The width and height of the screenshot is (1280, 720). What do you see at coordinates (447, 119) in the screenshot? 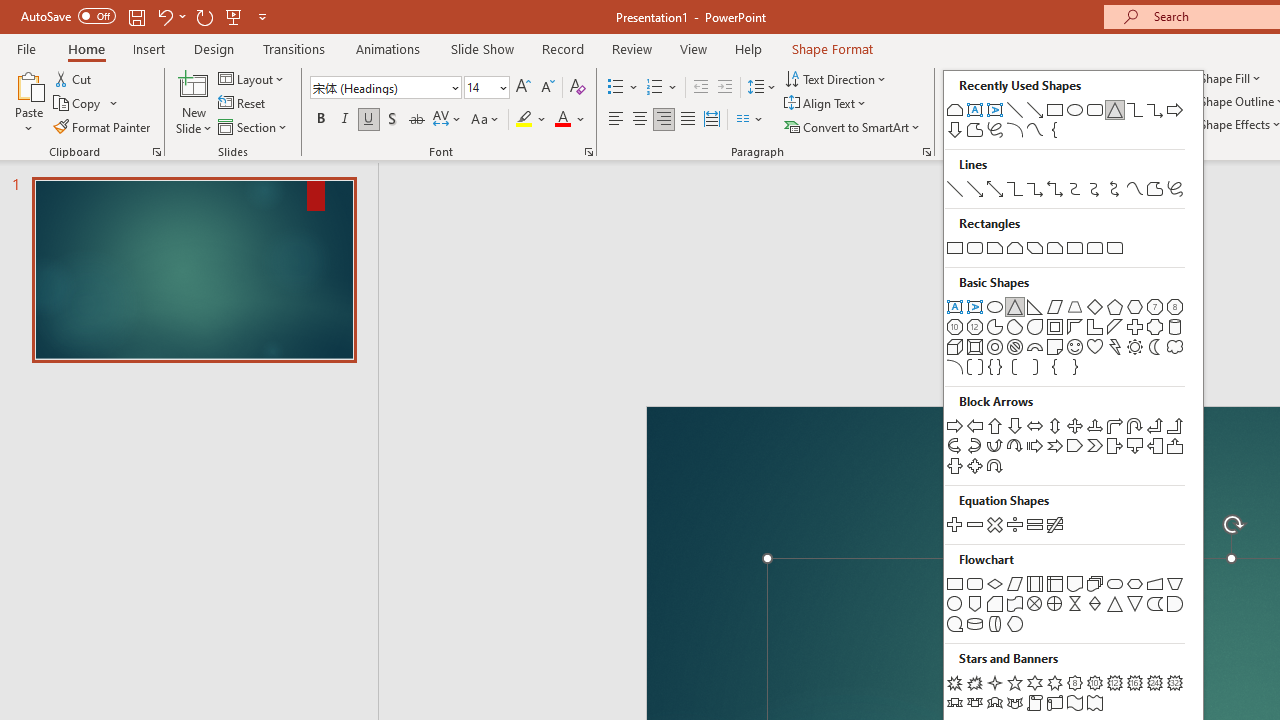
I see `'Character Spacing'` at bounding box center [447, 119].